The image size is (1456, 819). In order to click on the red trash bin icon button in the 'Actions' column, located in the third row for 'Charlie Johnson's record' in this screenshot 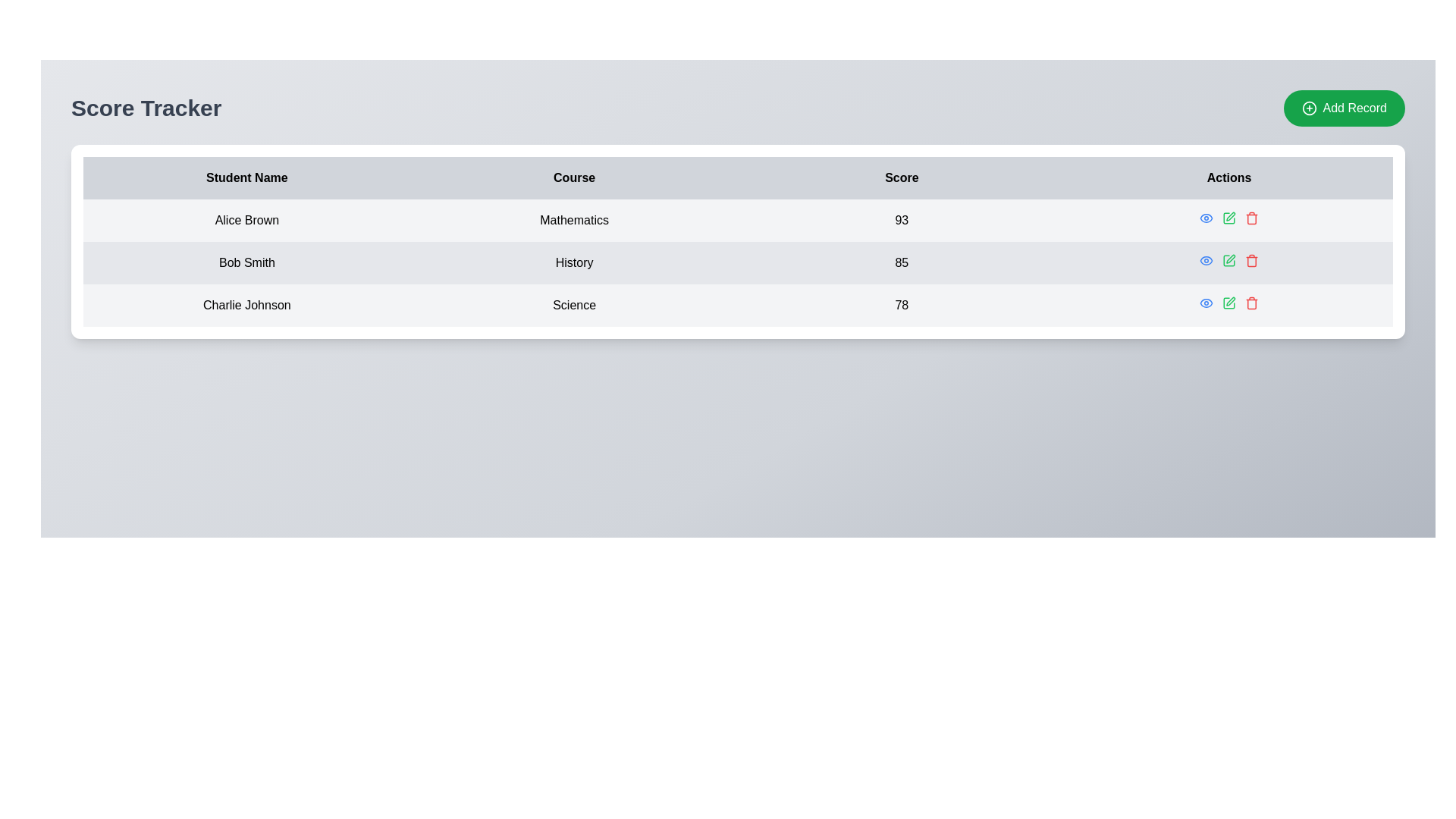, I will do `click(1252, 259)`.